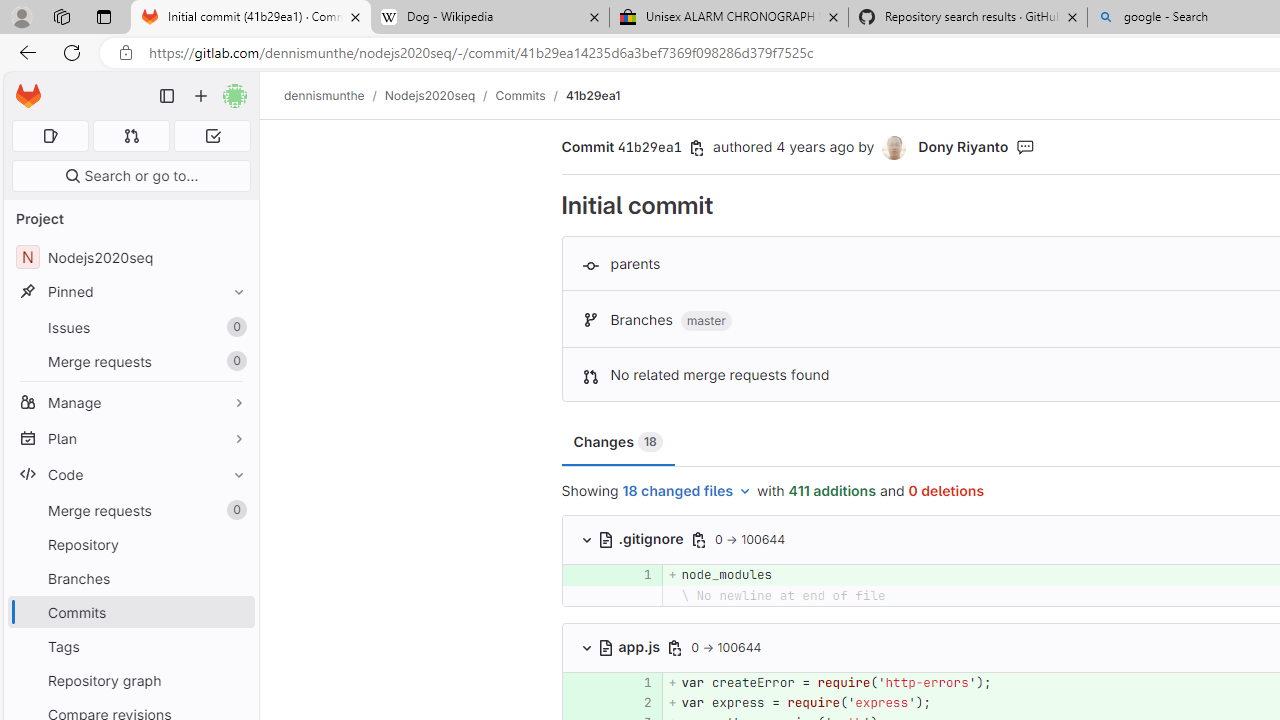  What do you see at coordinates (130, 679) in the screenshot?
I see `'Repository graph'` at bounding box center [130, 679].